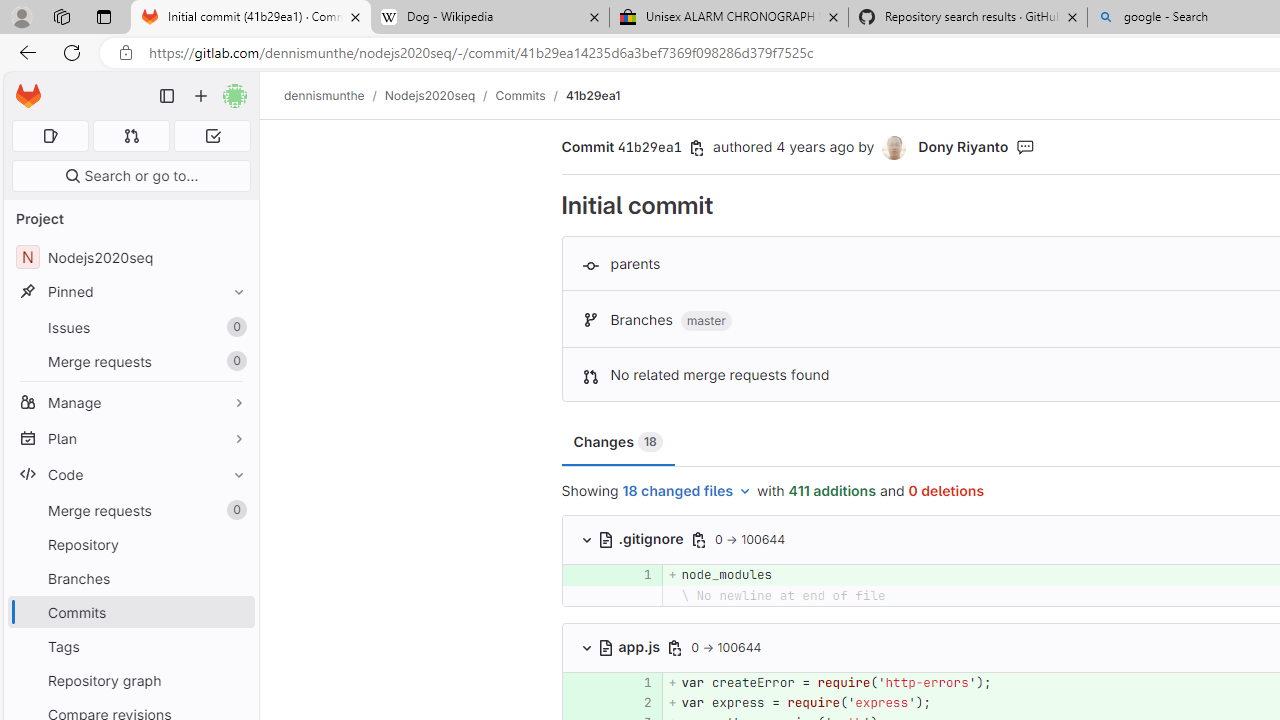  What do you see at coordinates (130, 679) in the screenshot?
I see `'Repository graph'` at bounding box center [130, 679].